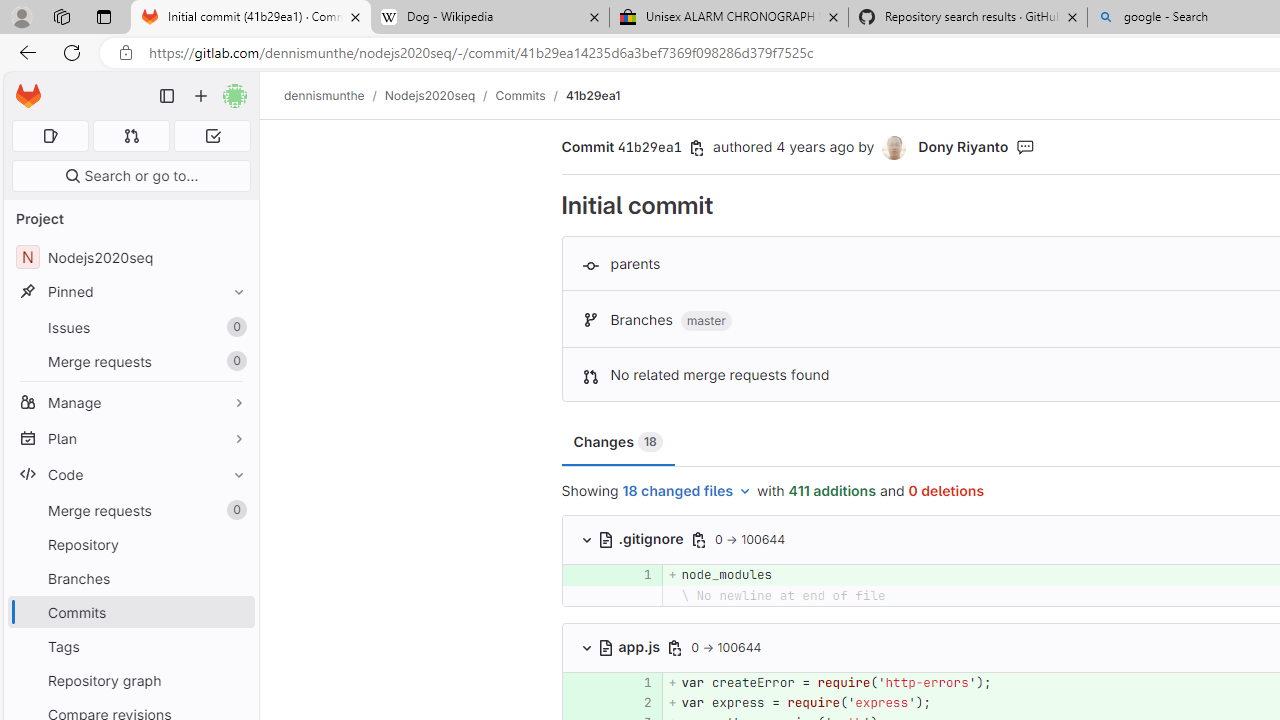  What do you see at coordinates (130, 679) in the screenshot?
I see `'Repository graph'` at bounding box center [130, 679].